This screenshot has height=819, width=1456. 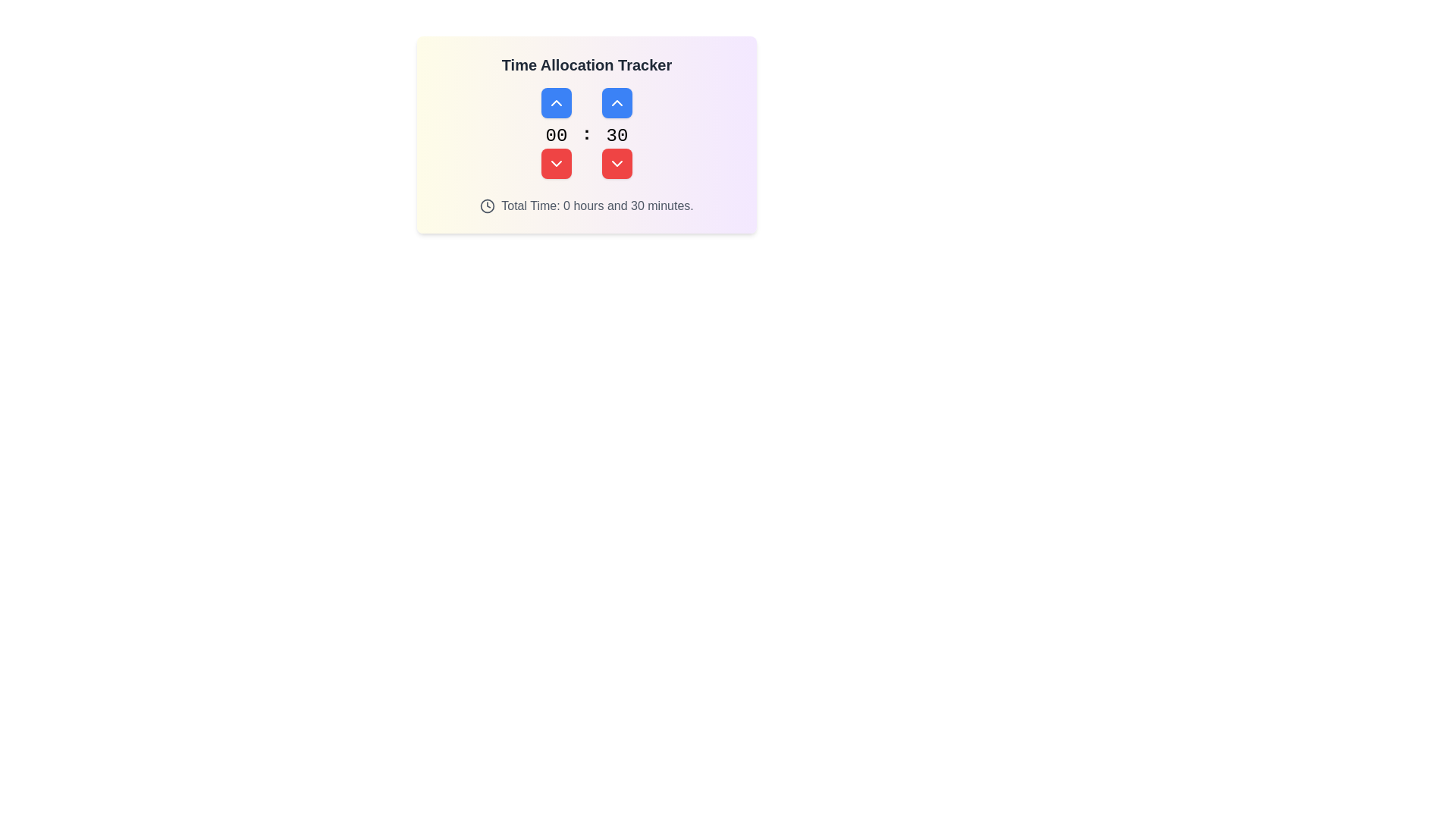 I want to click on the numeric value display element in the time allocation tracker interface, which is located vertically between the upward-pointing blue button and the downward-pointing red button, and horizontally to the left of the colon separator (':'), so click(x=556, y=136).